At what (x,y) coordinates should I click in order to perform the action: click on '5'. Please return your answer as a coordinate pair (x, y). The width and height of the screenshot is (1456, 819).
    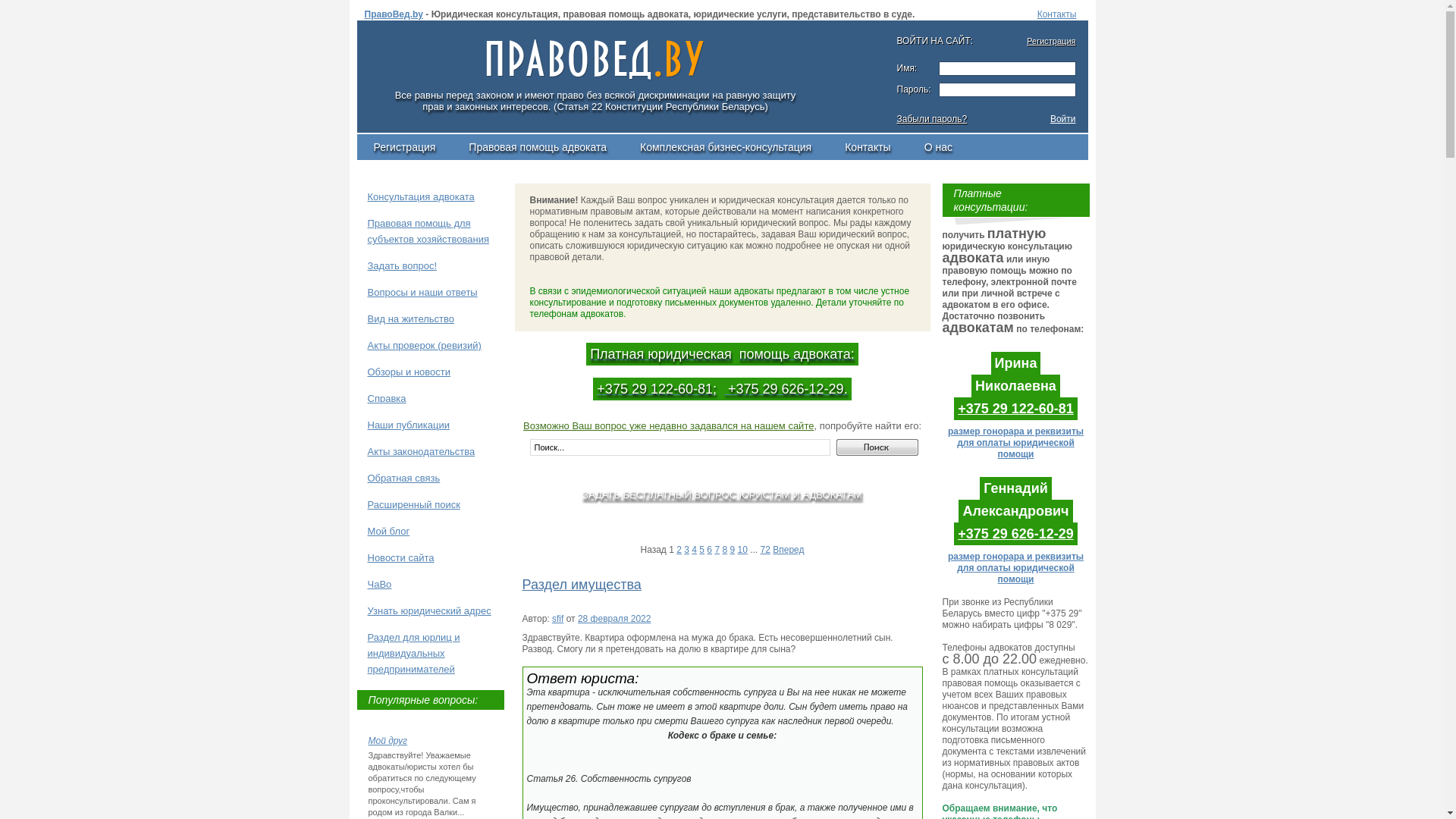
    Looking at the image, I should click on (701, 550).